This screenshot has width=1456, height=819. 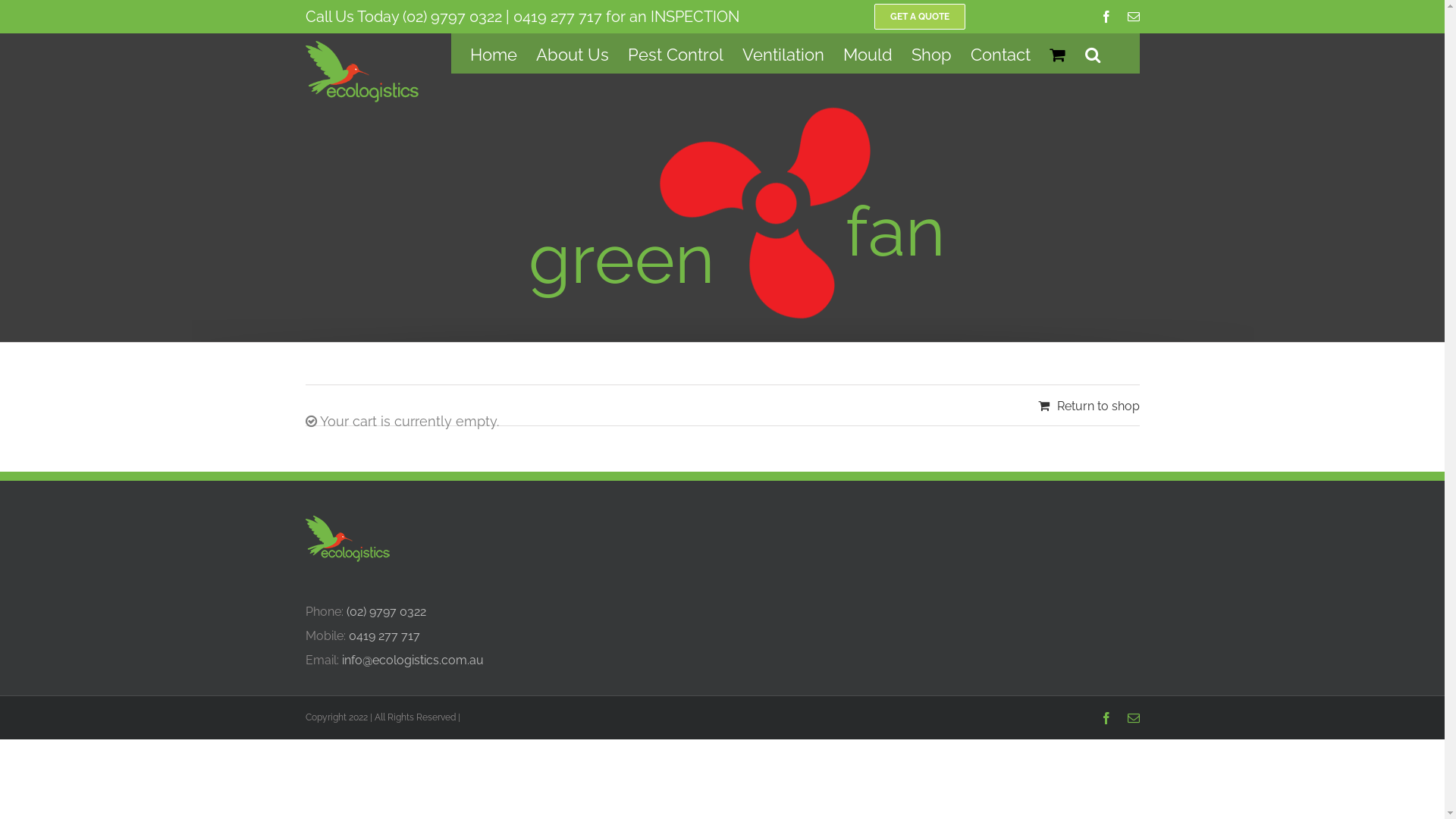 I want to click on 'About Us', so click(x=570, y=52).